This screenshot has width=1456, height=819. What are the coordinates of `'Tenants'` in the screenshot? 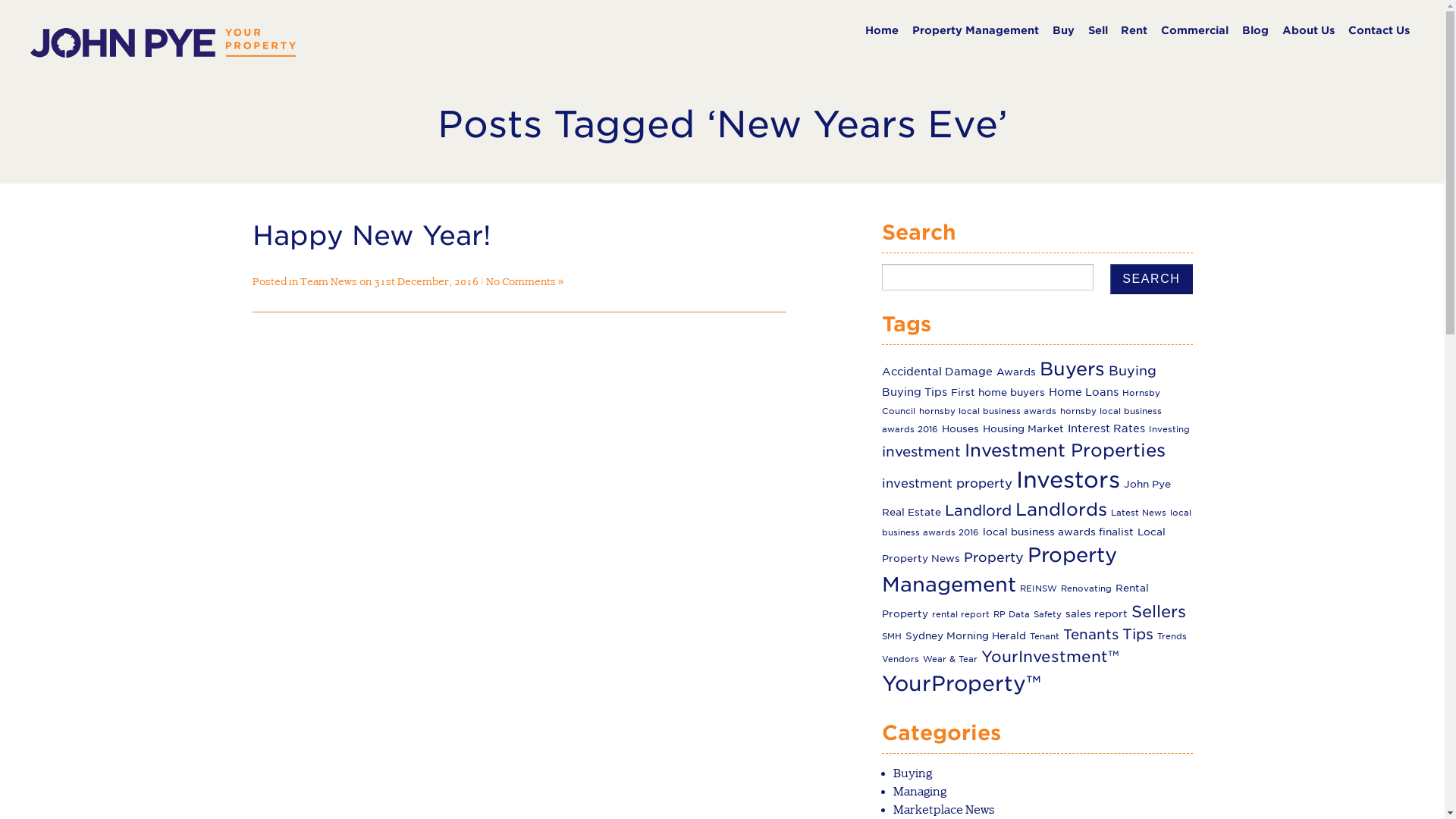 It's located at (1090, 634).